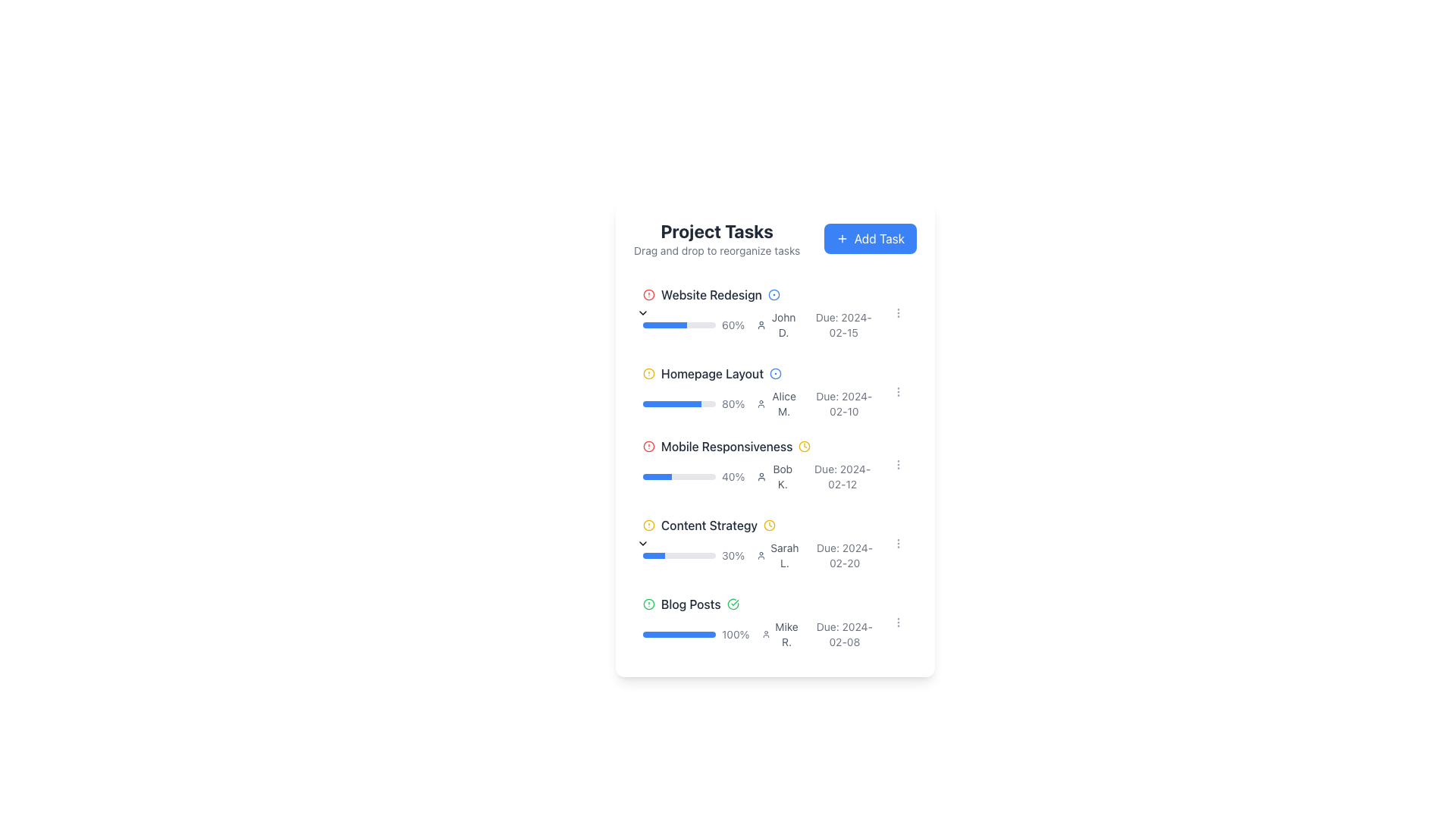 This screenshot has height=819, width=1456. What do you see at coordinates (786, 635) in the screenshot?
I see `the static text label indicating the assignee for the 'Blog Posts' task` at bounding box center [786, 635].